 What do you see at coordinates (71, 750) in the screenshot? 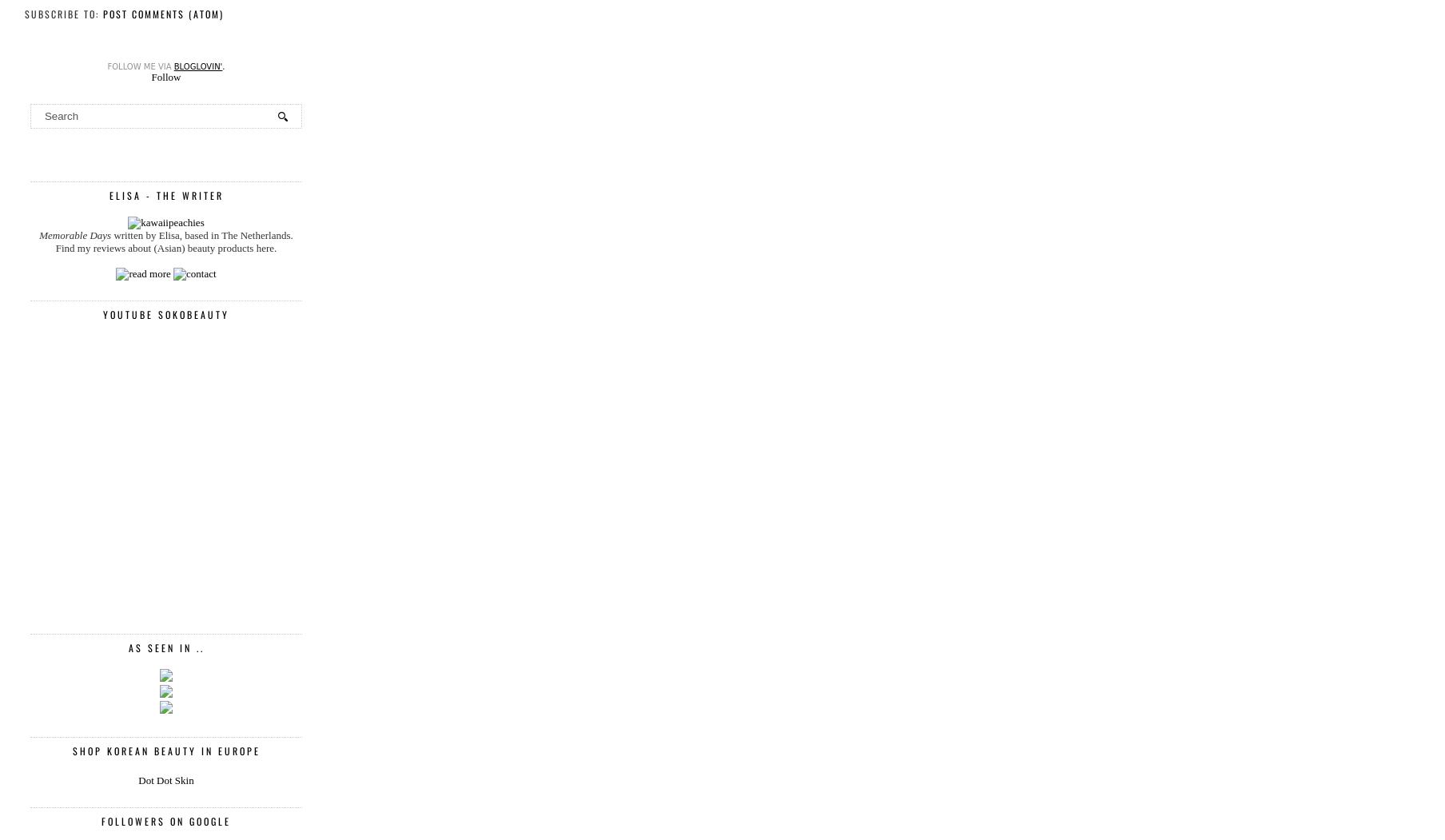
I see `'Shop Korean Beauty in Europe'` at bounding box center [71, 750].